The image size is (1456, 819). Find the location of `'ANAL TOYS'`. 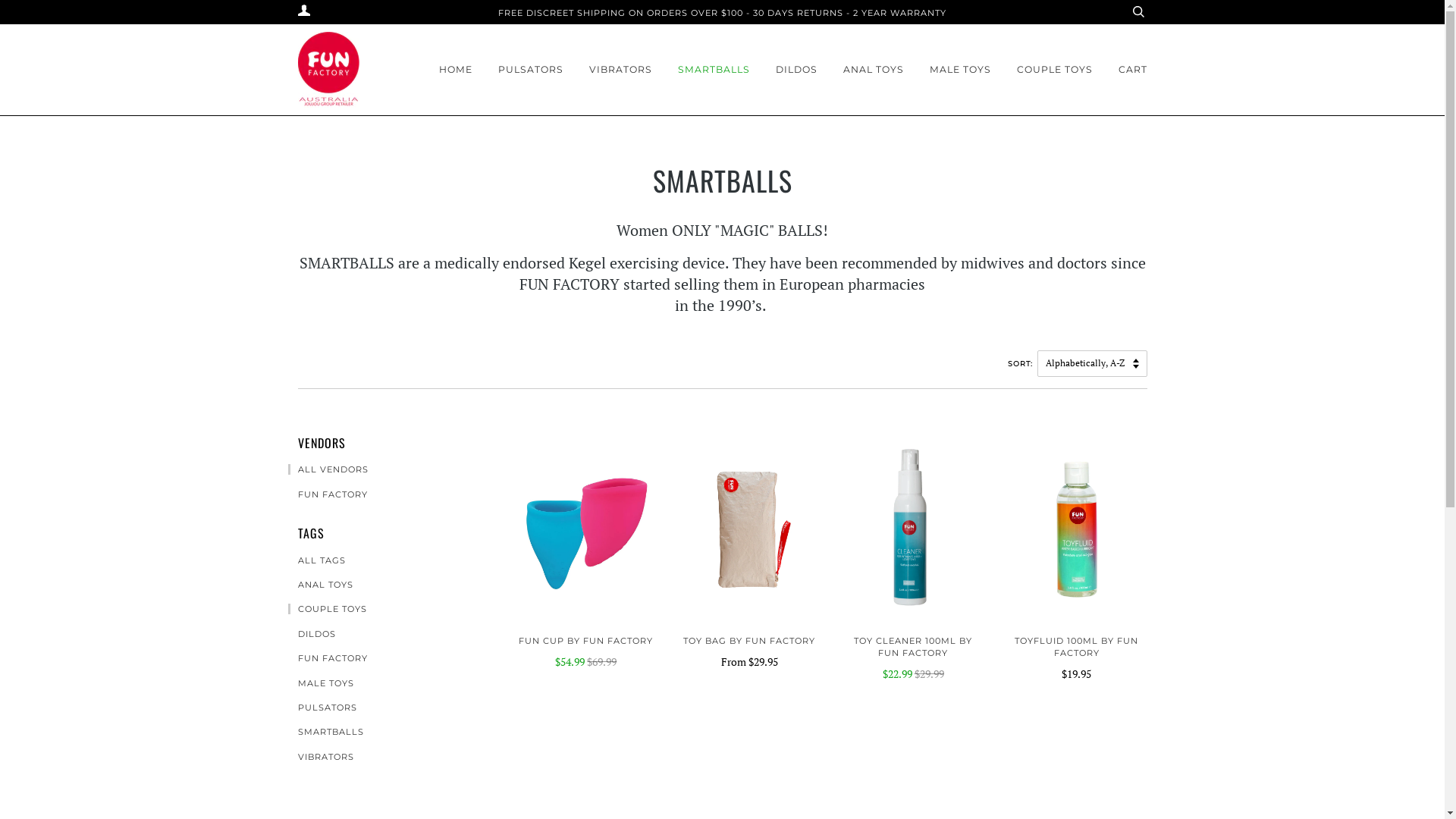

'ANAL TOYS' is located at coordinates (319, 584).